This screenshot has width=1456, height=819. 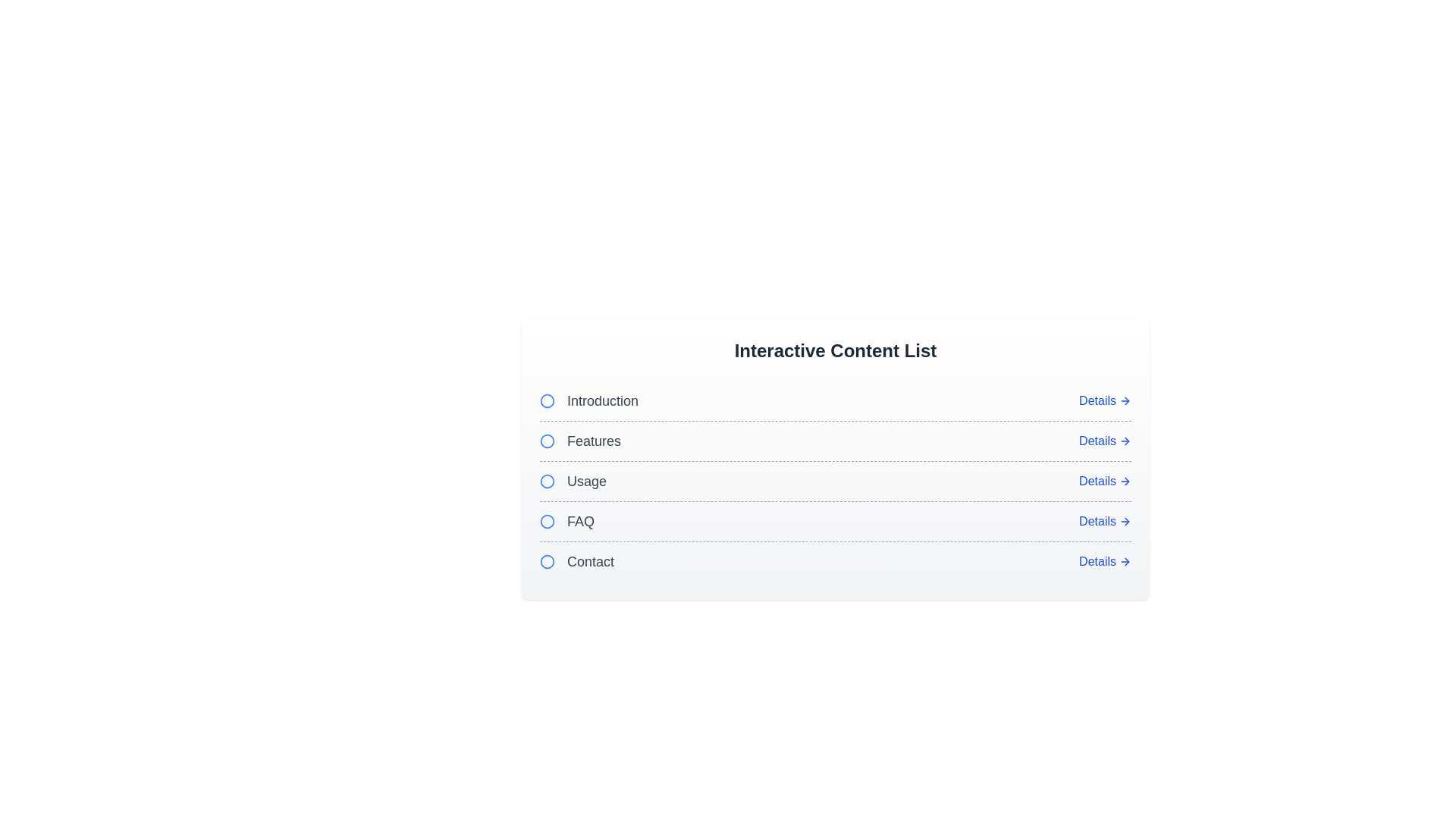 I want to click on the triangular tip of the rightward-pointing arrow icon located to the right of the 'Details' label in the third row of the vertically listed menu, so click(x=1127, y=482).